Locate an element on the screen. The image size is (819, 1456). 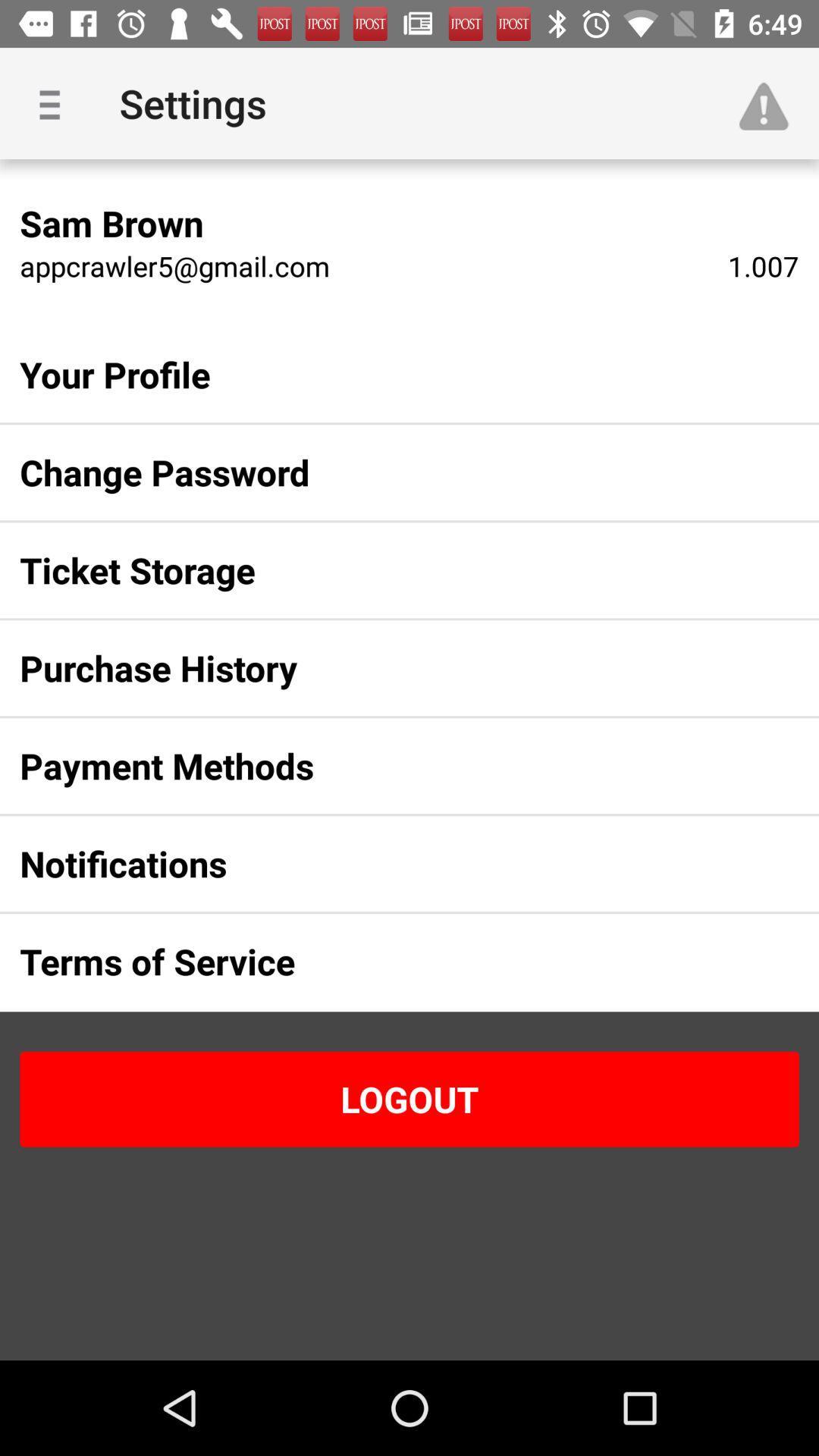
item next to settings item is located at coordinates (55, 102).